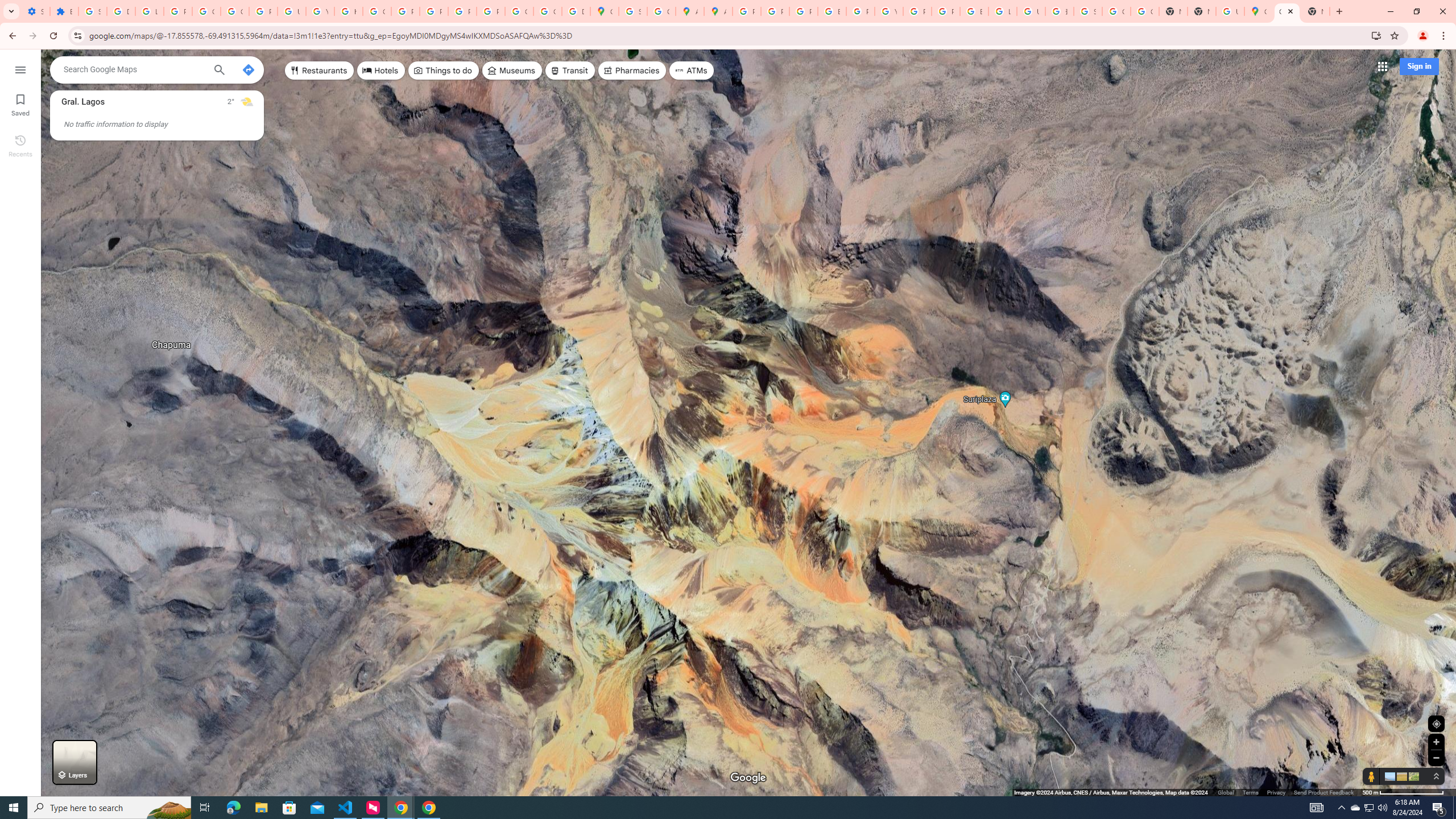  Describe the element at coordinates (1226, 792) in the screenshot. I see `'Global'` at that location.